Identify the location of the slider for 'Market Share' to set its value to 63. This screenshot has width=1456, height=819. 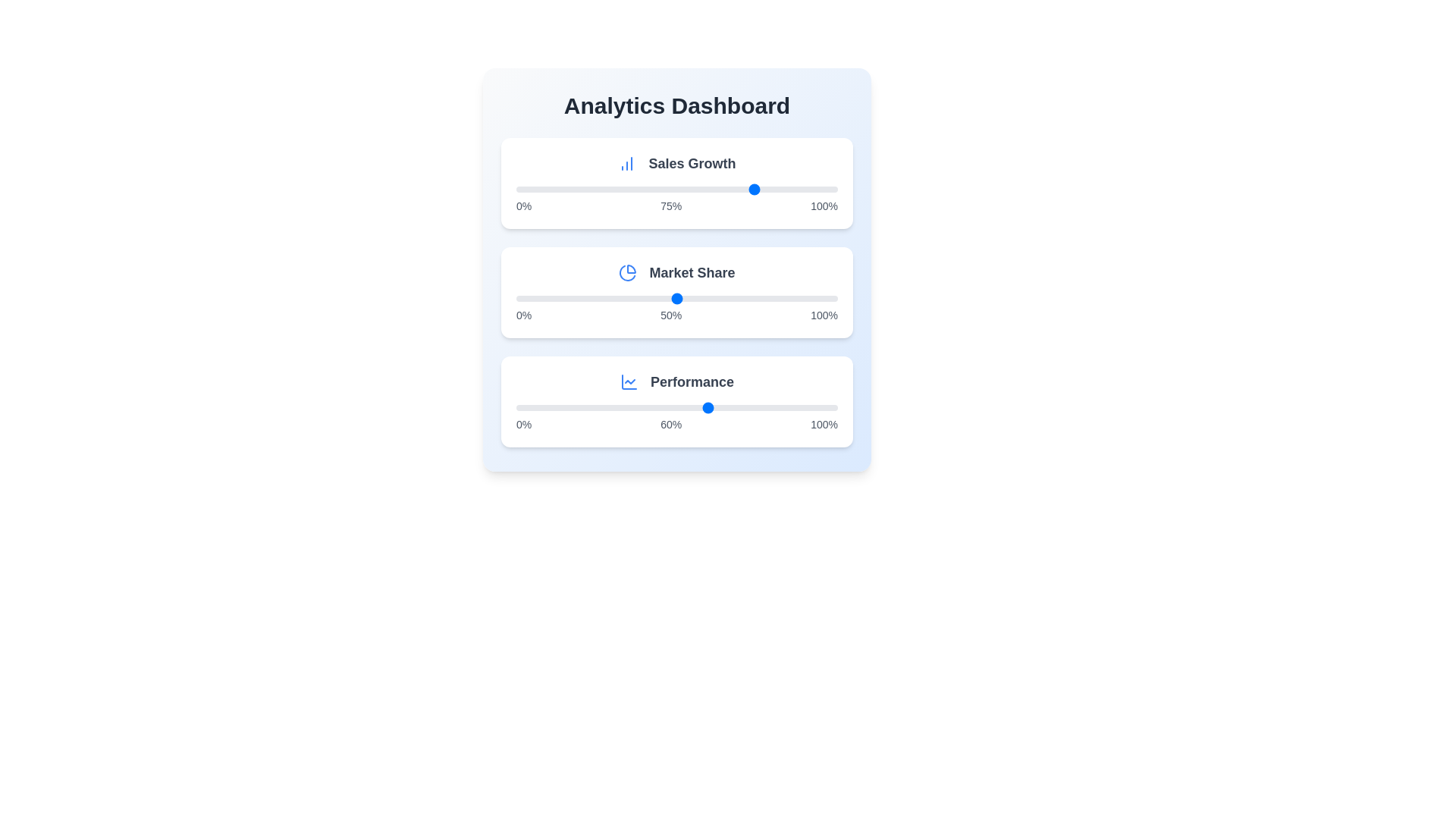
(718, 298).